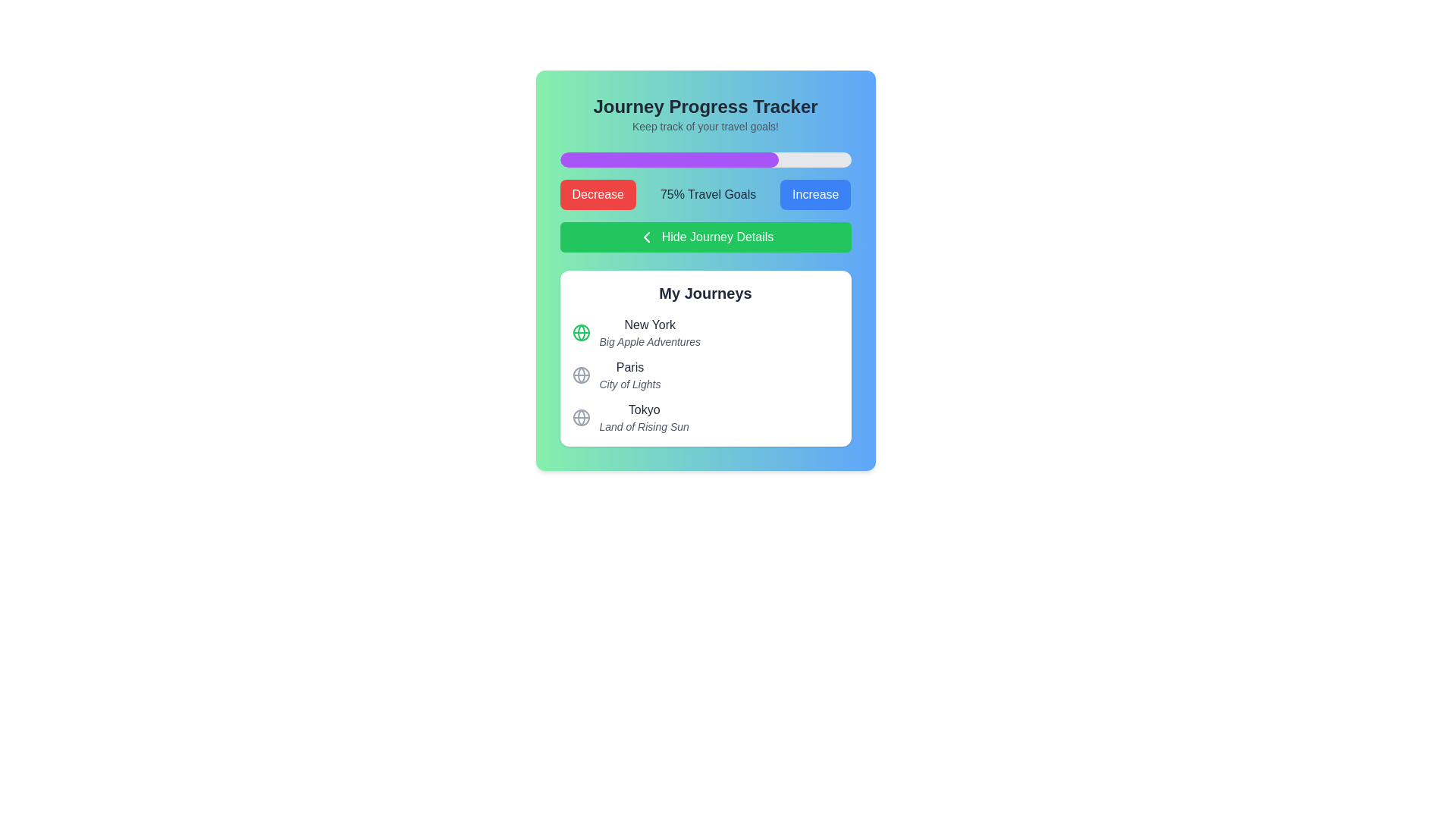 The height and width of the screenshot is (819, 1456). What do you see at coordinates (644, 427) in the screenshot?
I see `the Text label that provides additional information about the city 'Tokyo', located underneath the city name in the list of cities` at bounding box center [644, 427].